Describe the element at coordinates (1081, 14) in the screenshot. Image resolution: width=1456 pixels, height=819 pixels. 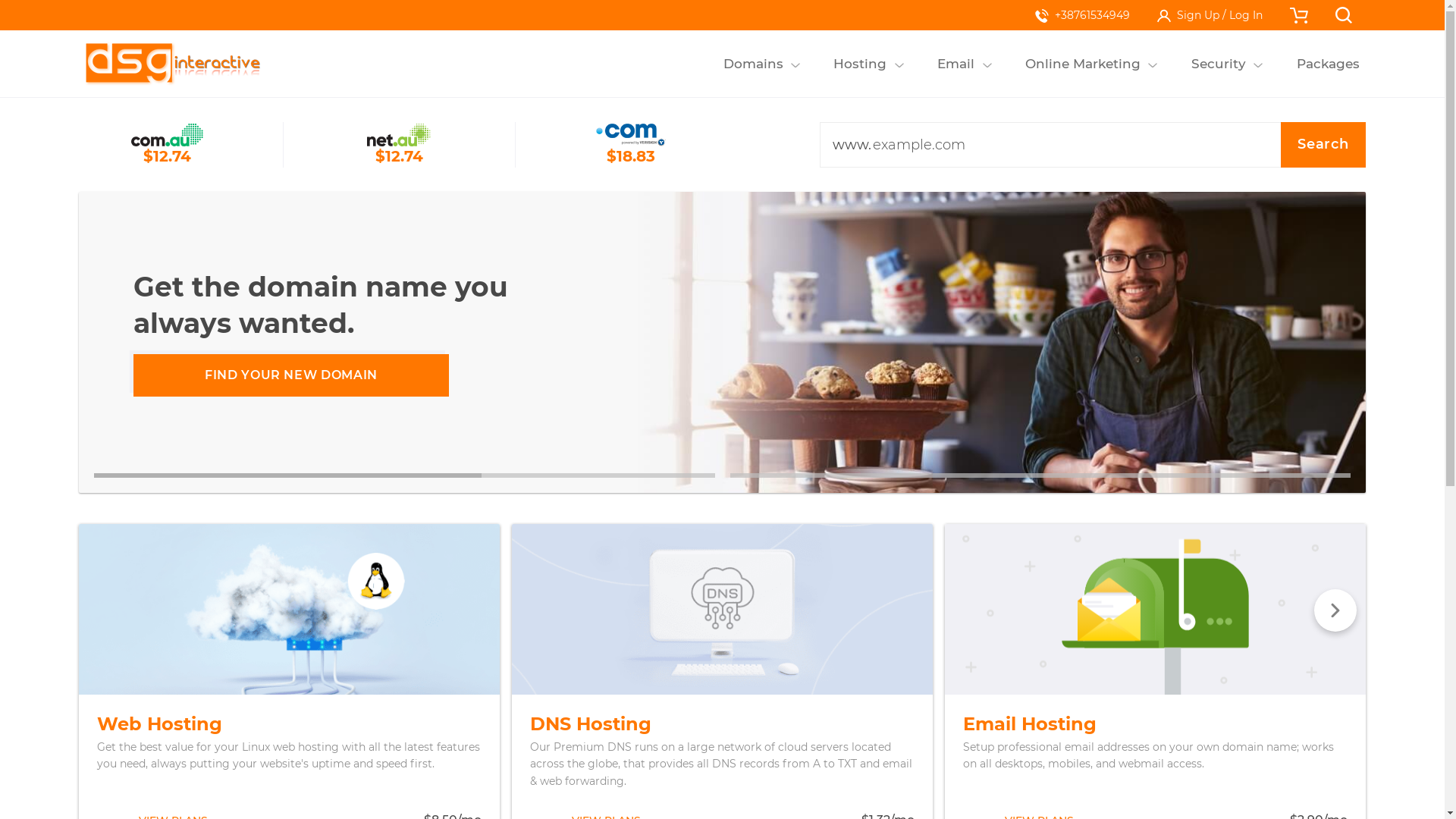
I see `'+38761534949'` at that location.